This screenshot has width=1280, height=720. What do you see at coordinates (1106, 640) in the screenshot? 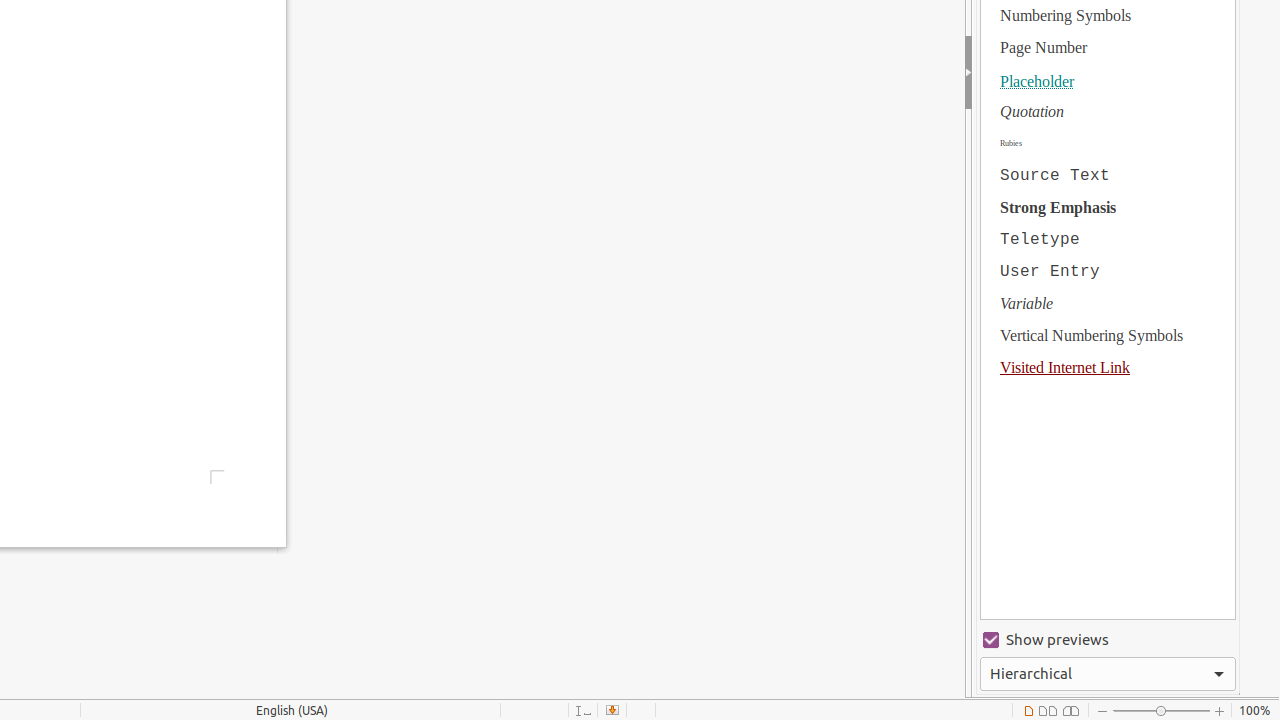
I see `'Show previews'` at bounding box center [1106, 640].